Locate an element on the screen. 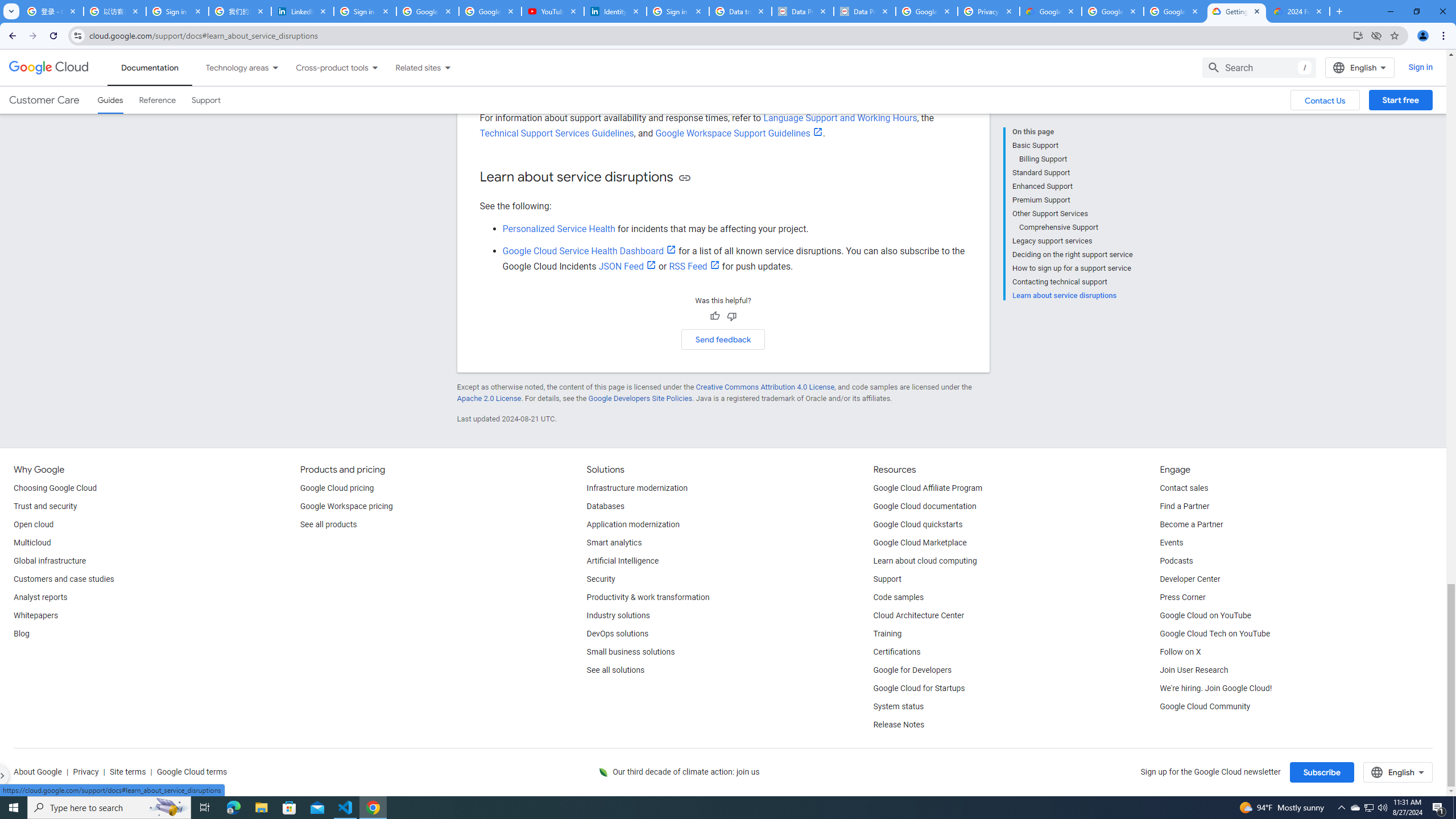 The image size is (1456, 819). 'Standard Support' is located at coordinates (1072, 172).